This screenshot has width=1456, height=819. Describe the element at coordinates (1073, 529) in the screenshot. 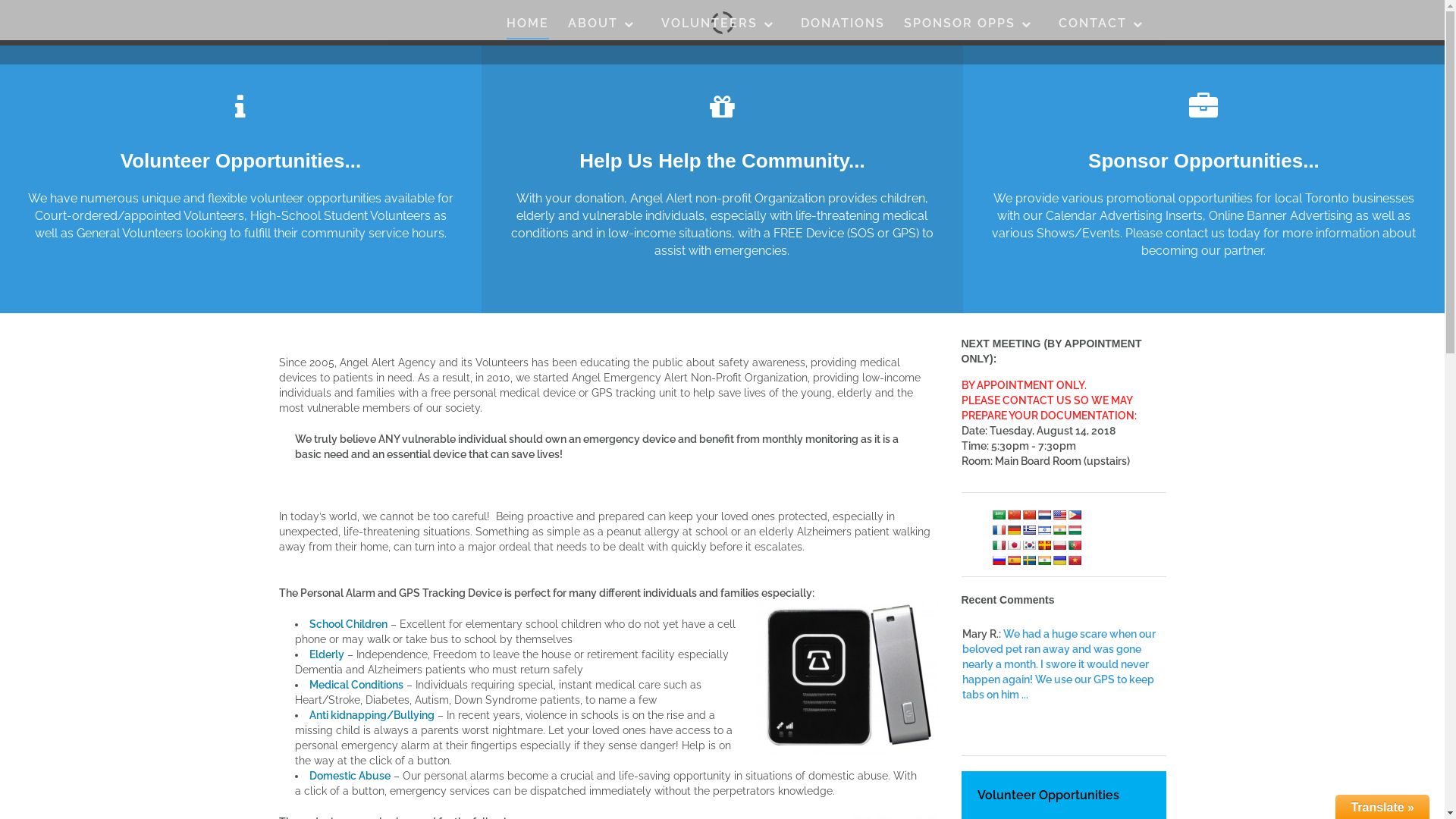

I see `'Hungarian'` at that location.